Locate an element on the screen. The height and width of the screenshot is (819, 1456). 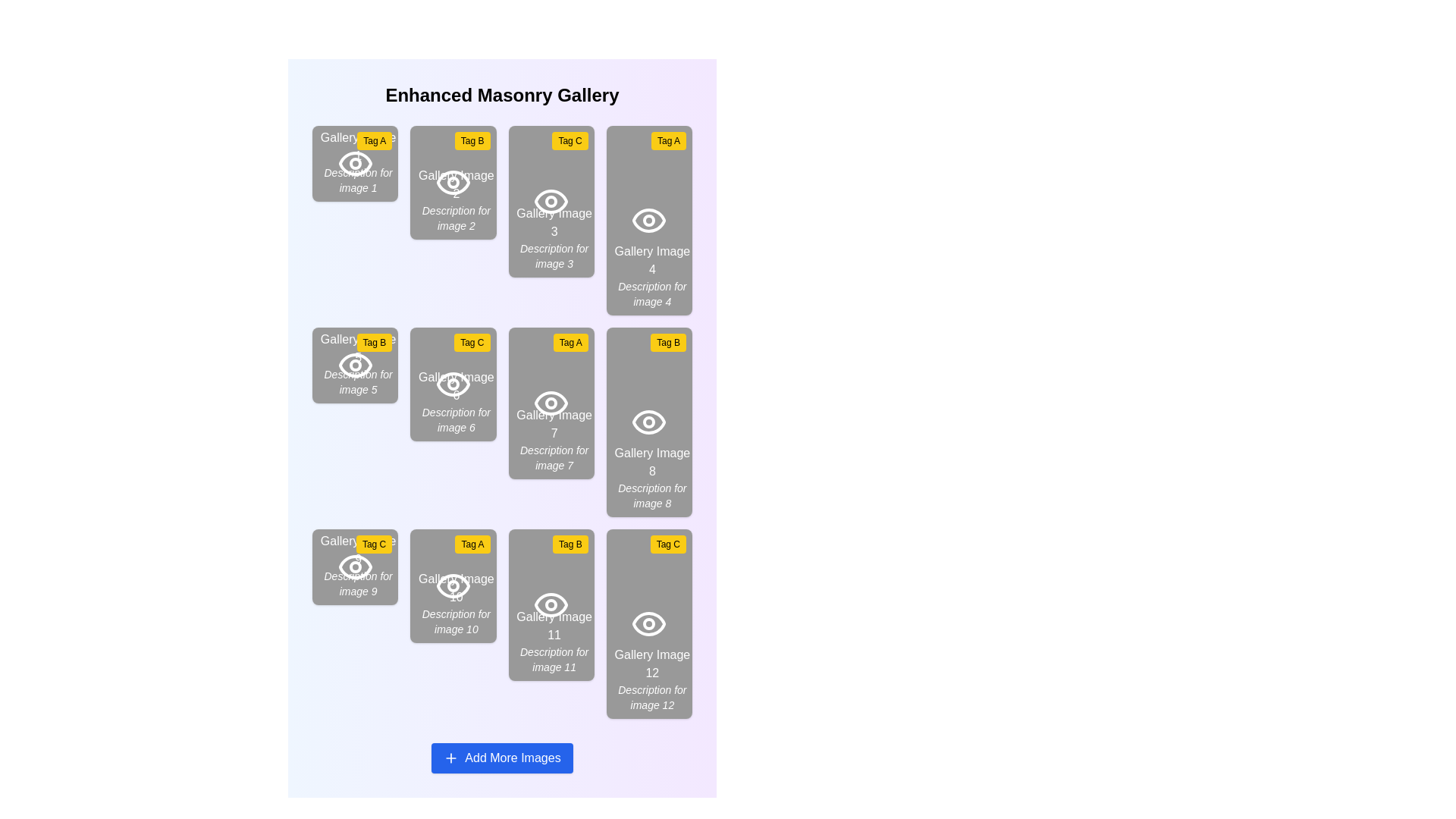
the text label displaying 'Gallery Image 10', which is located in the fourth row, second column of the grid layout, above the descriptive text labeled 'Description for image 10' is located at coordinates (455, 587).